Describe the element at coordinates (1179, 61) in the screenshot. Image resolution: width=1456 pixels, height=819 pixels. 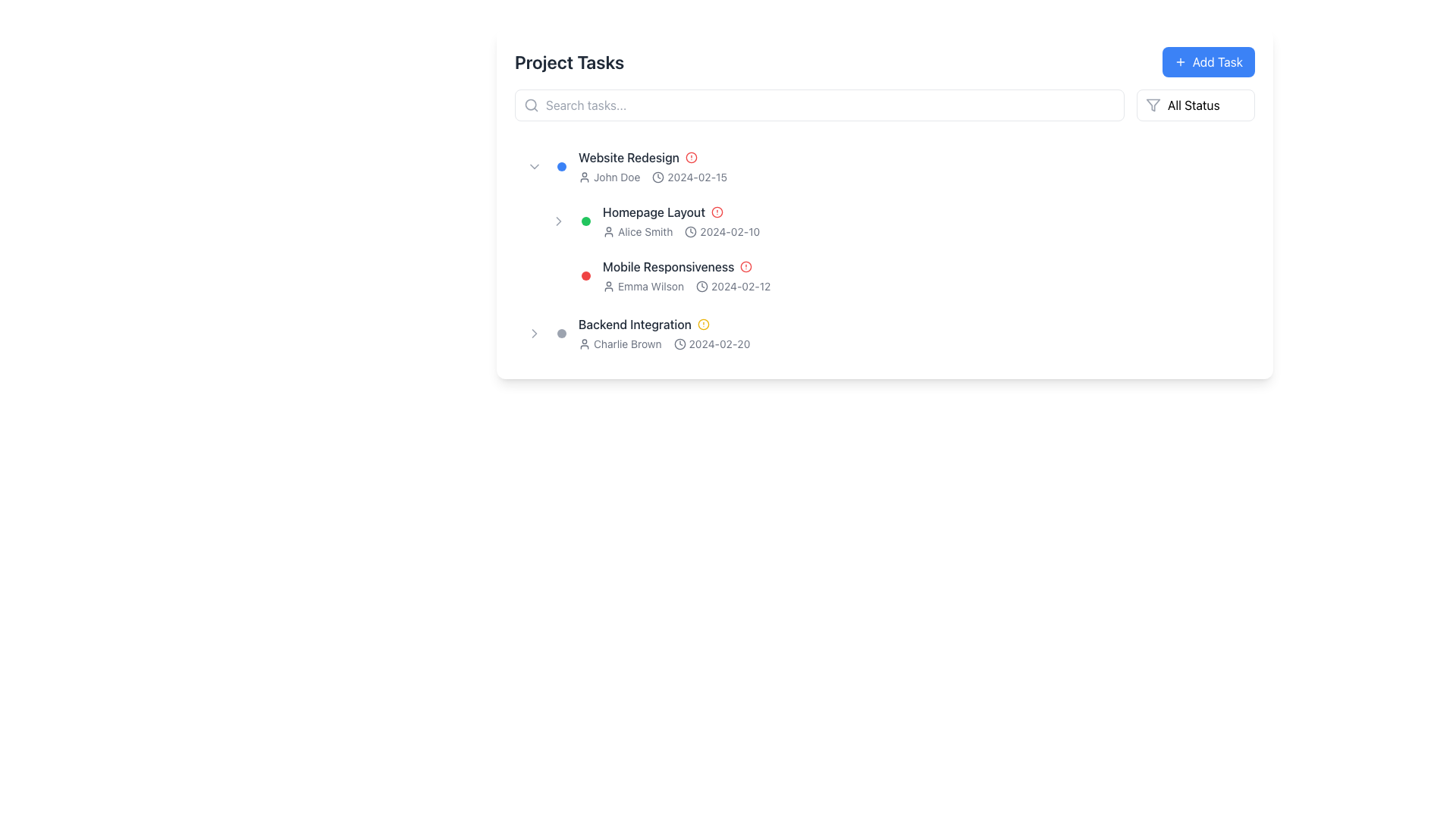
I see `the 'Add Task' icon represented by a plus sign within a blue rounded rectangular button to potentially display a tooltip` at that location.